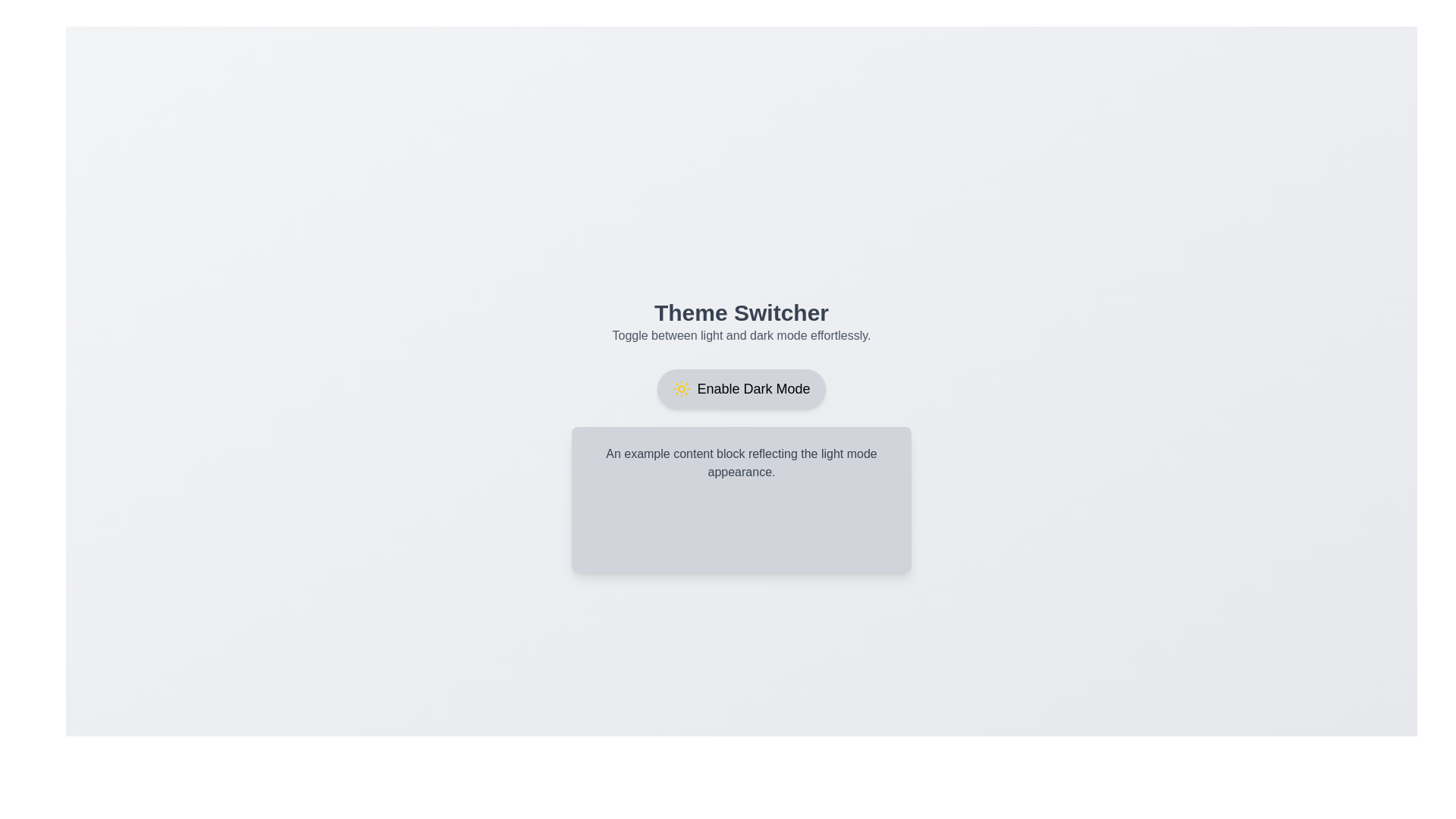 Image resolution: width=1456 pixels, height=819 pixels. I want to click on the 'Enable Dark Mode' button with rounded corners, which is centrally located beneath the 'Theme Switcher' header, so click(742, 388).